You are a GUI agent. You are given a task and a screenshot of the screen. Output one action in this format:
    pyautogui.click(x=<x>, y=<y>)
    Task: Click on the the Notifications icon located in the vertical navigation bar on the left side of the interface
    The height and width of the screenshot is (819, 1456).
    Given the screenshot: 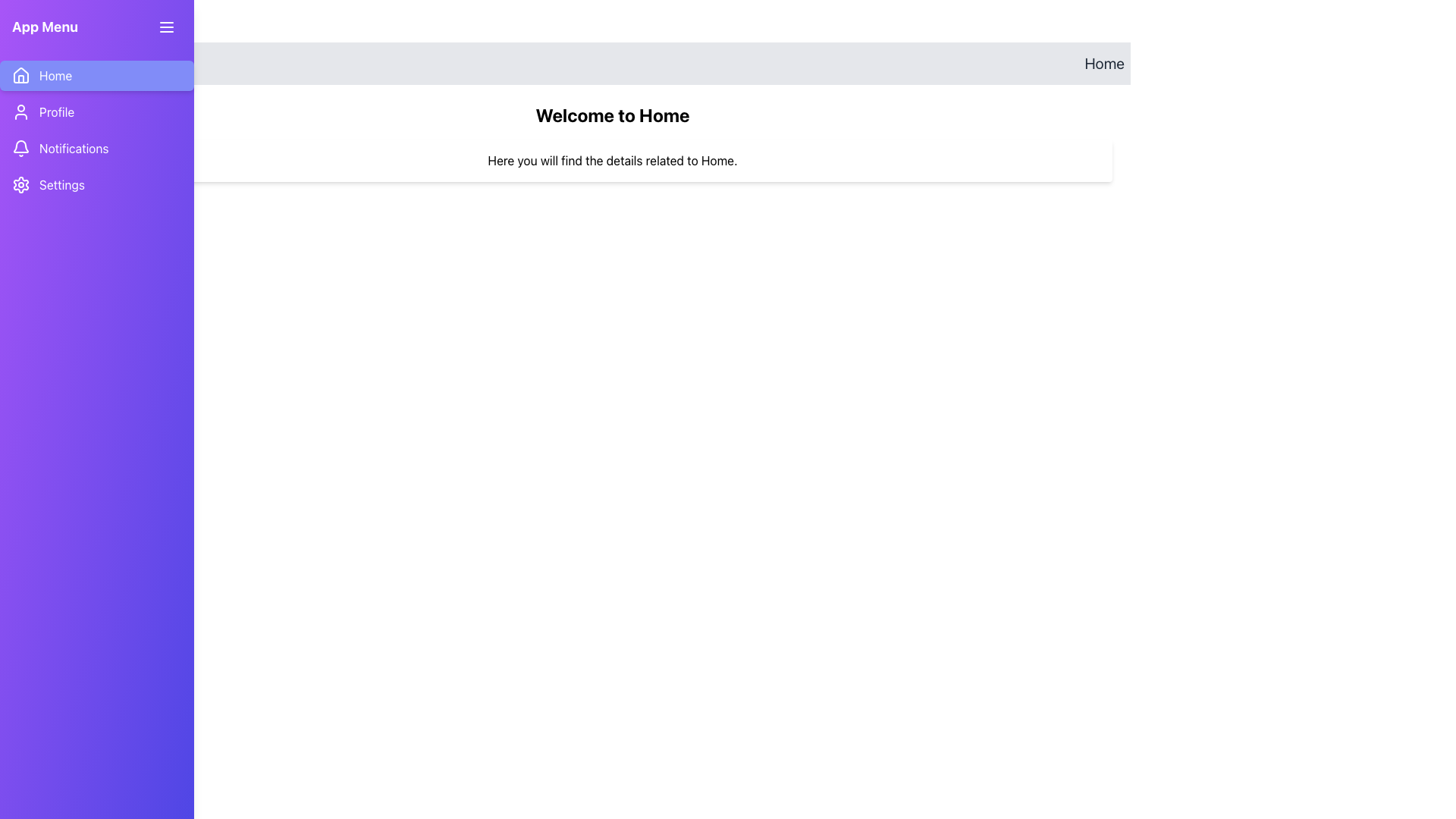 What is the action you would take?
    pyautogui.click(x=21, y=149)
    